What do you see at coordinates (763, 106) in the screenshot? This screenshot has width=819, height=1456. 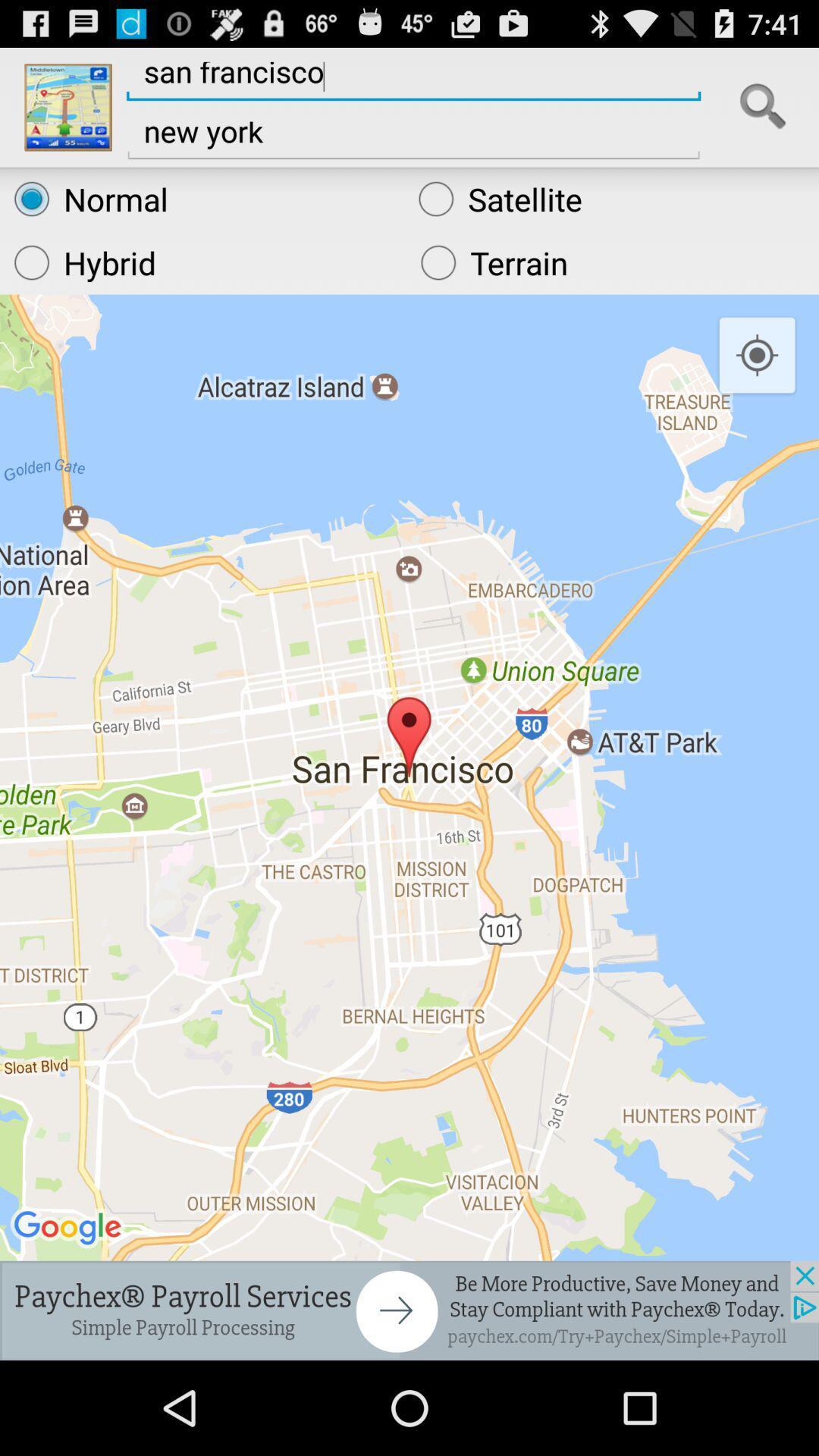 I see `search` at bounding box center [763, 106].